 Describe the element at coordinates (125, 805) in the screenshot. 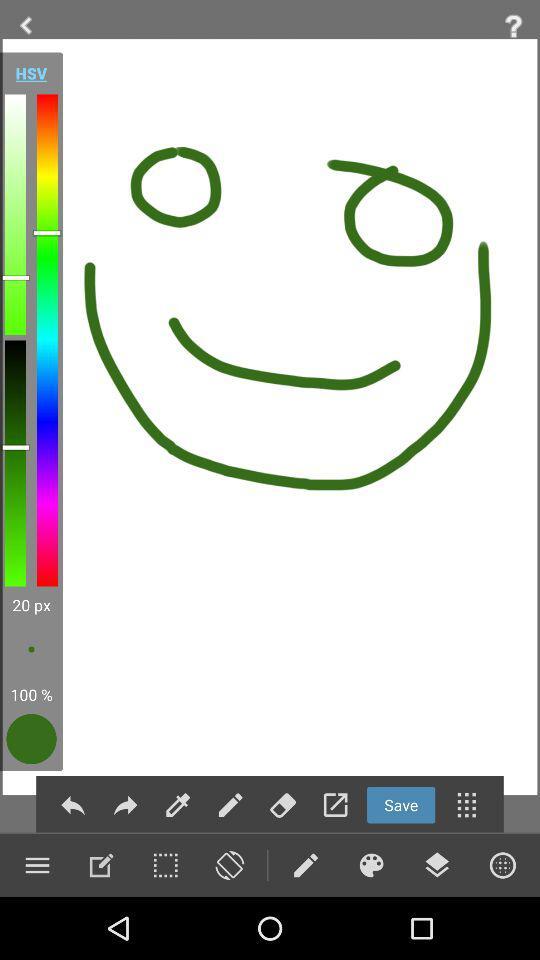

I see `forward` at that location.